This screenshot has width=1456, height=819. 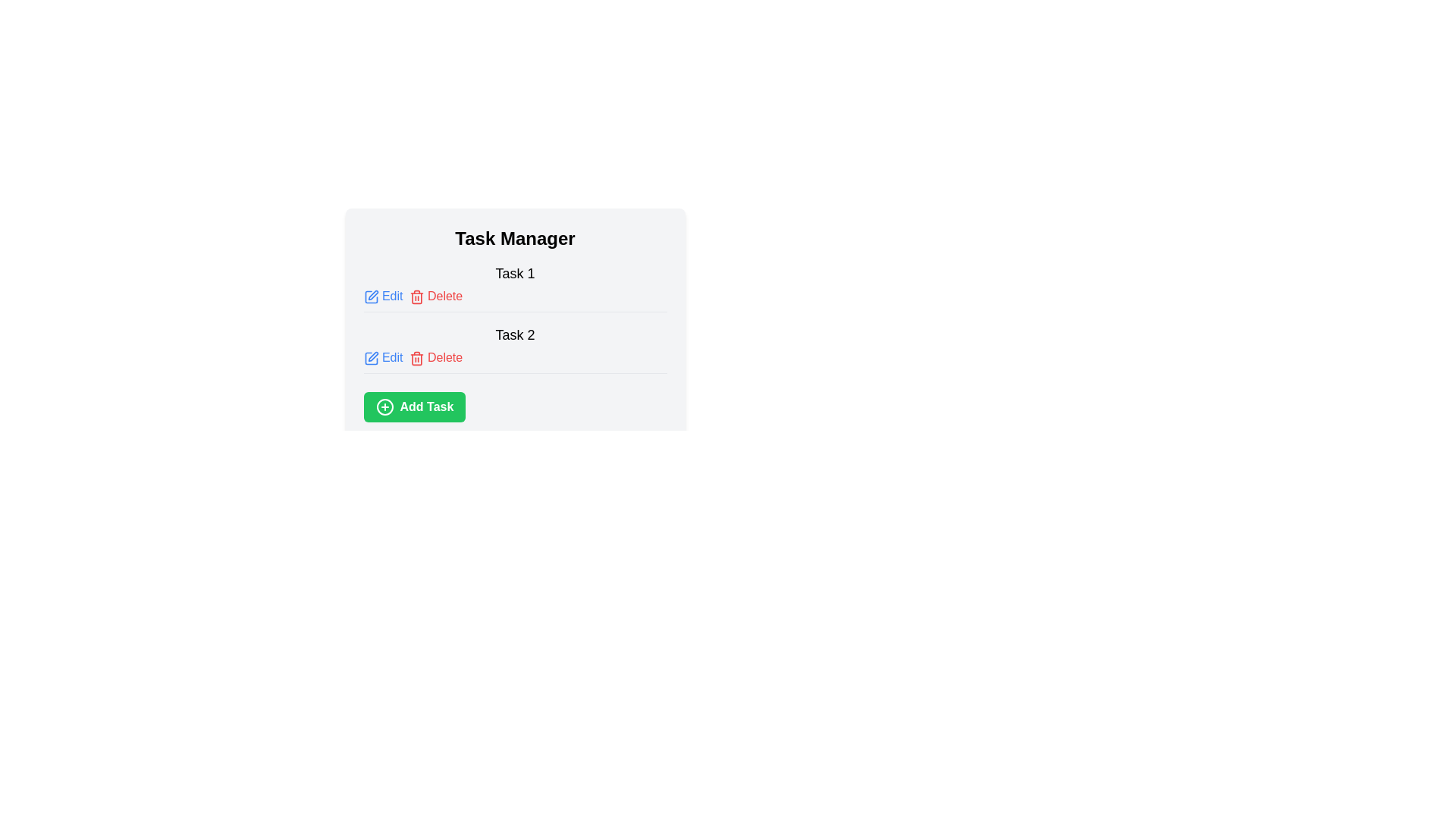 What do you see at coordinates (371, 297) in the screenshot?
I see `the blue pencil icon located to the left of the 'Edit' text label for 'Task 1' to provide visual feedback` at bounding box center [371, 297].